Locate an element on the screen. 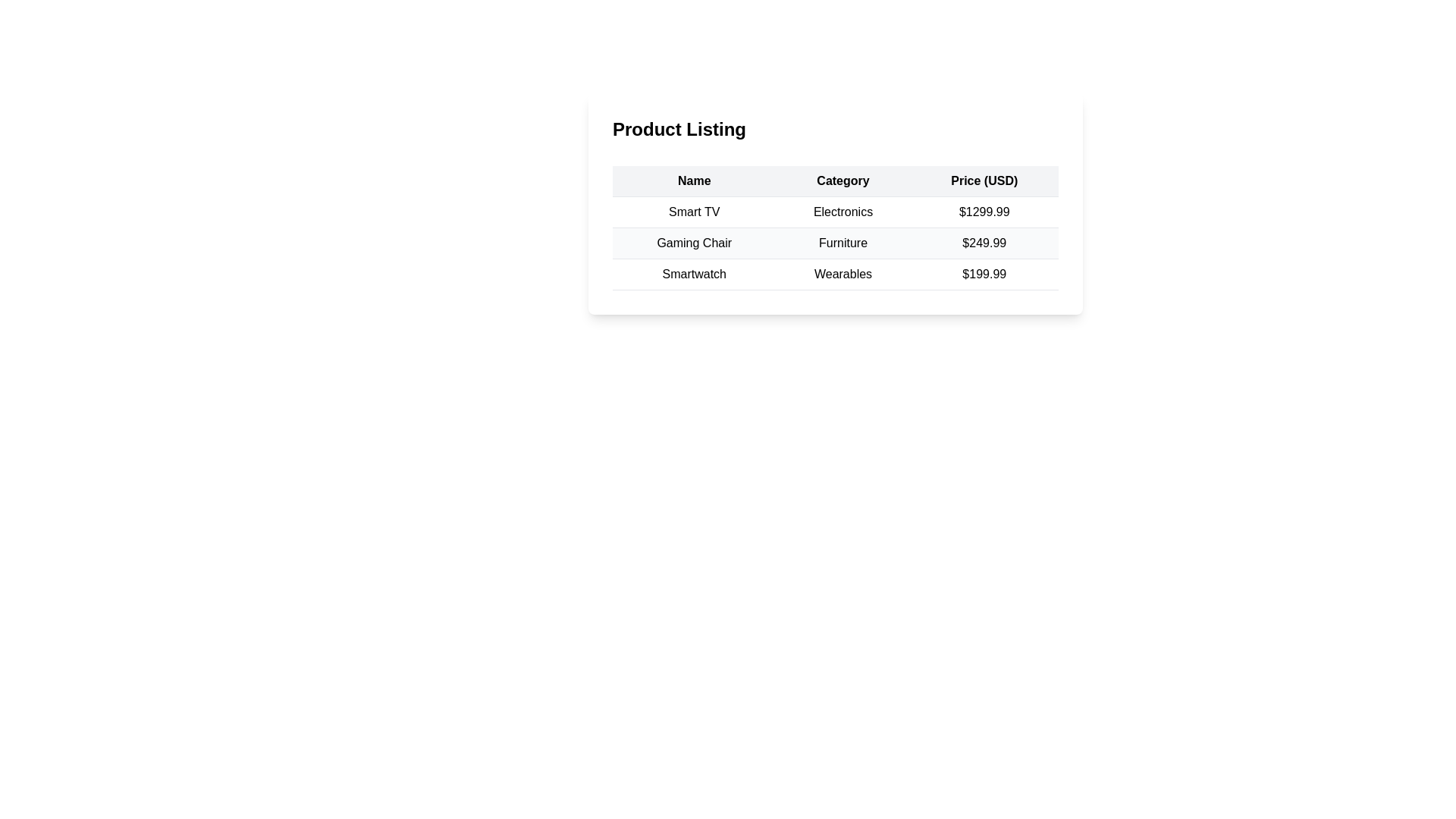 This screenshot has width=1456, height=819. text value of the price label located in the first row of the table under the 'Price (USD)' column, aligned to the right of the 'Smart TV' and 'Electronics' text is located at coordinates (984, 212).